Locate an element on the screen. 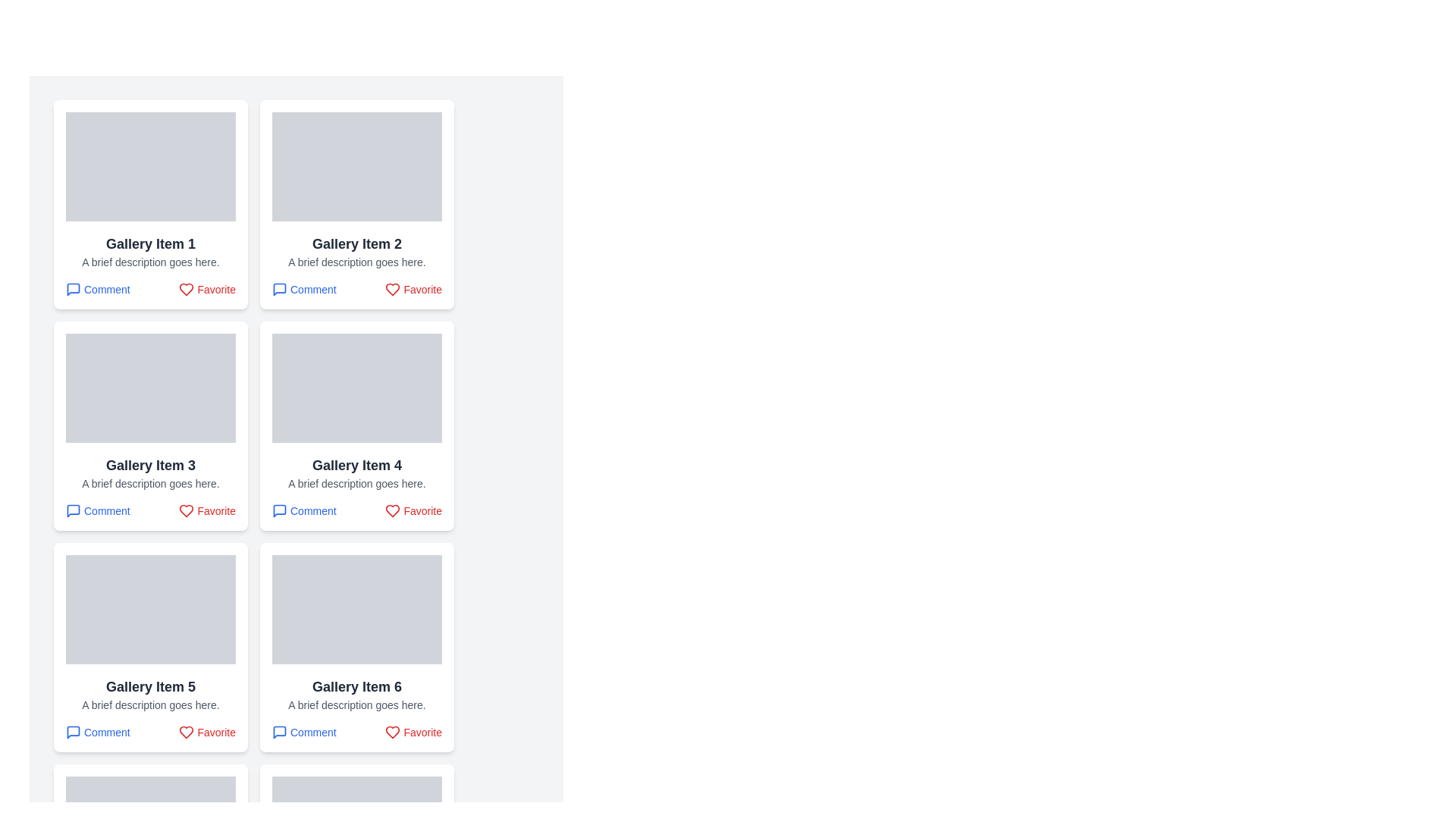 This screenshot has width=1456, height=819. the light gray rectangular placeholder at the top of 'Gallery Item 6' card component, which is located in the last column of the grid layout is located at coordinates (356, 608).